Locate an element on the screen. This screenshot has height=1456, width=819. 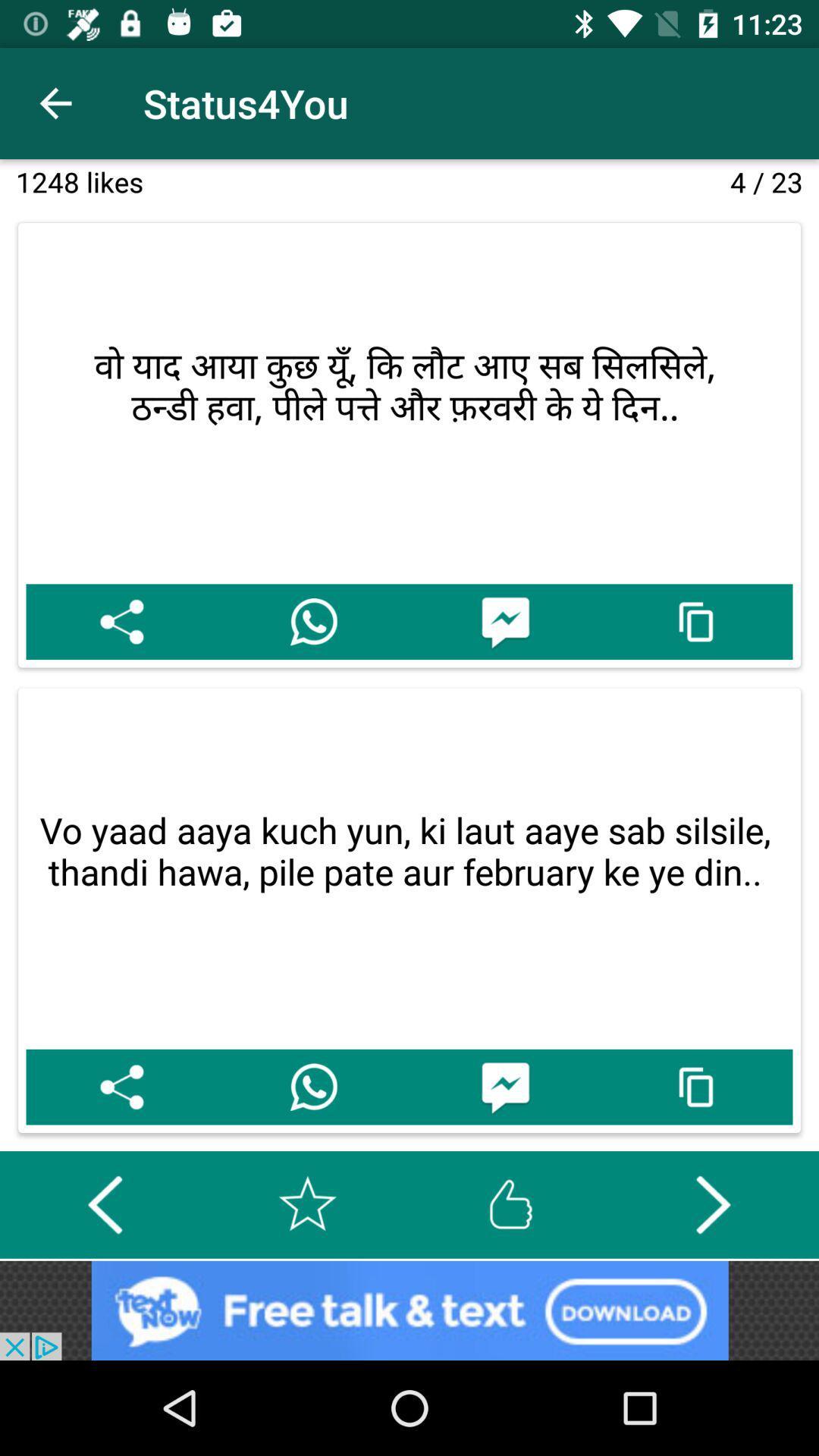
send message is located at coordinates (505, 1086).